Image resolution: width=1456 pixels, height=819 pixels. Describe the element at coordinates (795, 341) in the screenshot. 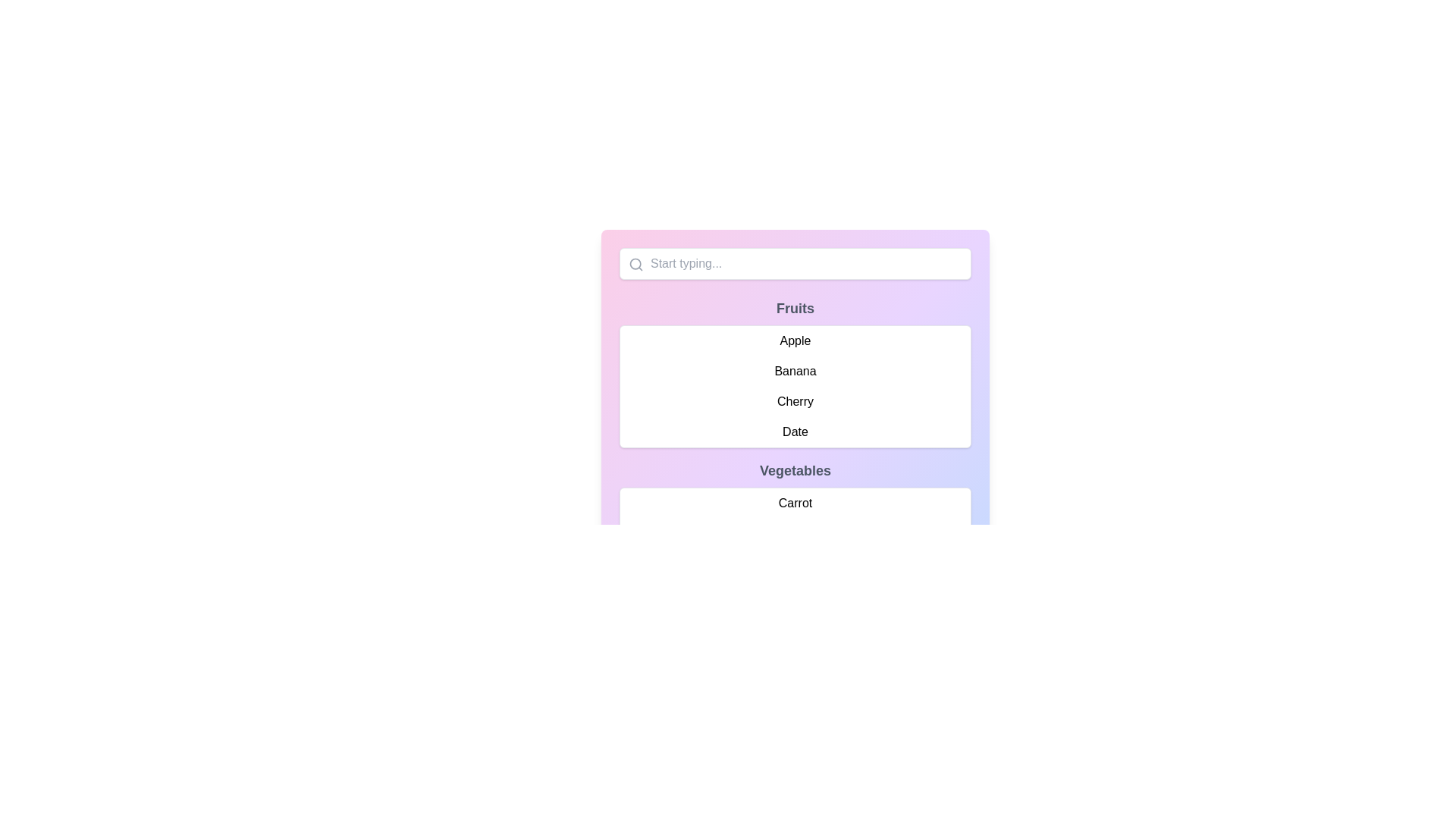

I see `the static text label displaying 'Apple', which is the first item in the 'Fruits' list` at that location.